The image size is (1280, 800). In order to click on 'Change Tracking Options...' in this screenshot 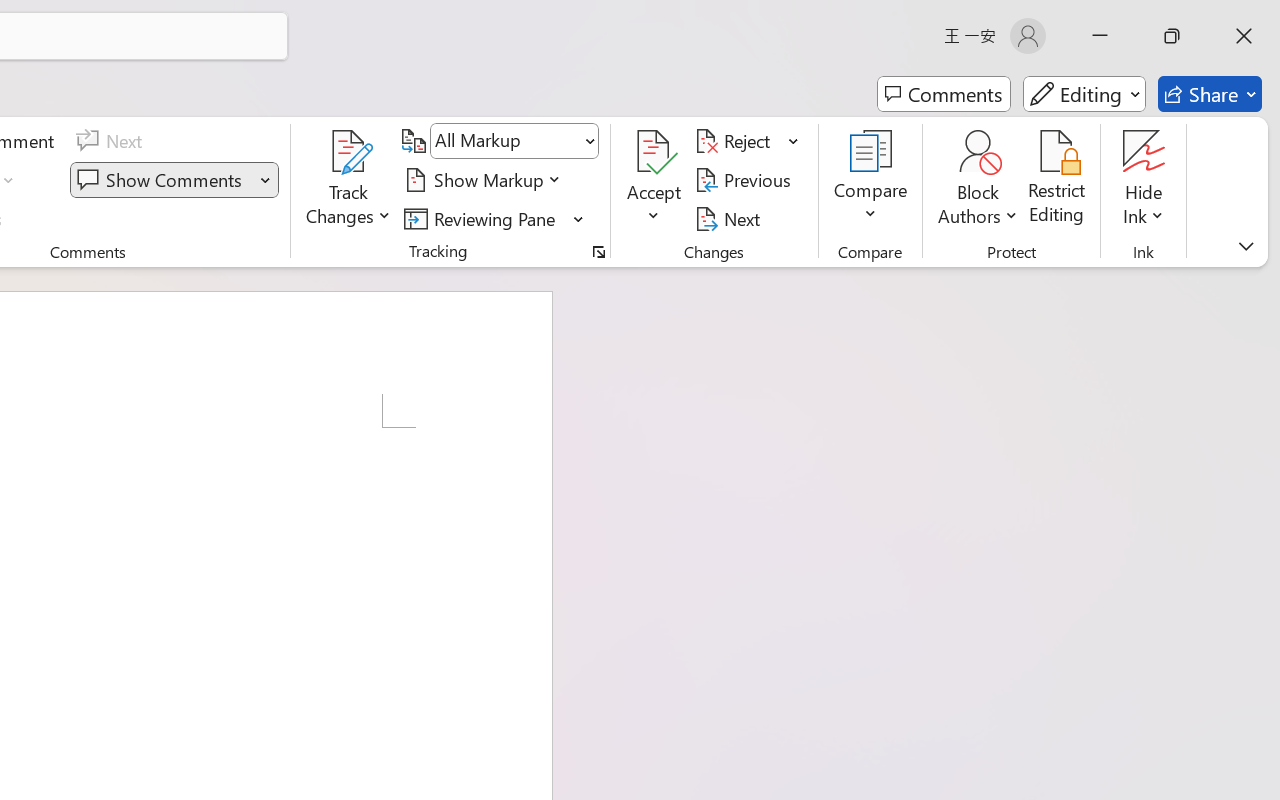, I will do `click(598, 251)`.